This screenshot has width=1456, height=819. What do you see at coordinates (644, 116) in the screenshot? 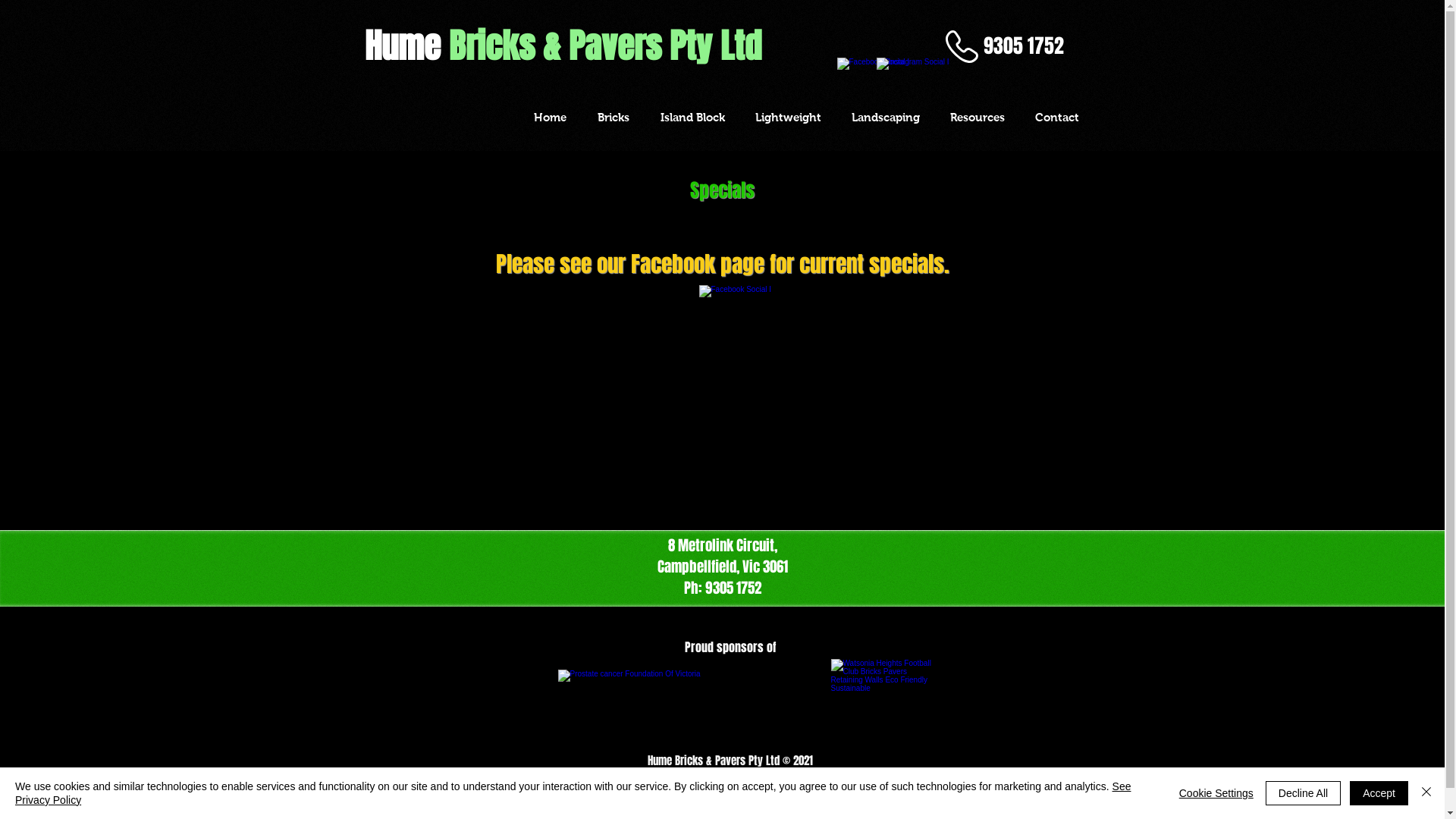
I see `'Island Block'` at bounding box center [644, 116].